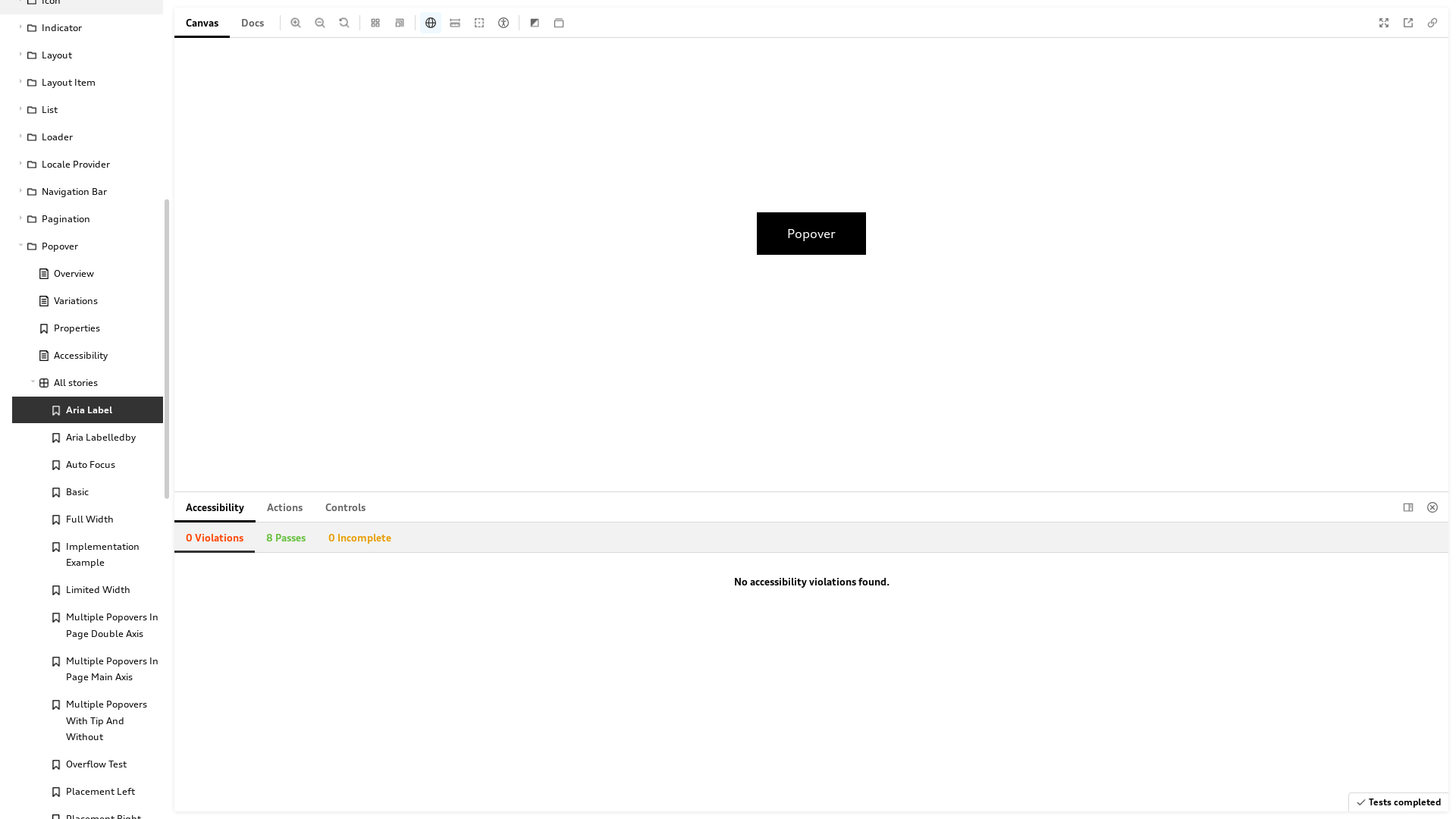 The image size is (1456, 819). What do you see at coordinates (1432, 507) in the screenshot?
I see `'Hide addons [A]'` at bounding box center [1432, 507].